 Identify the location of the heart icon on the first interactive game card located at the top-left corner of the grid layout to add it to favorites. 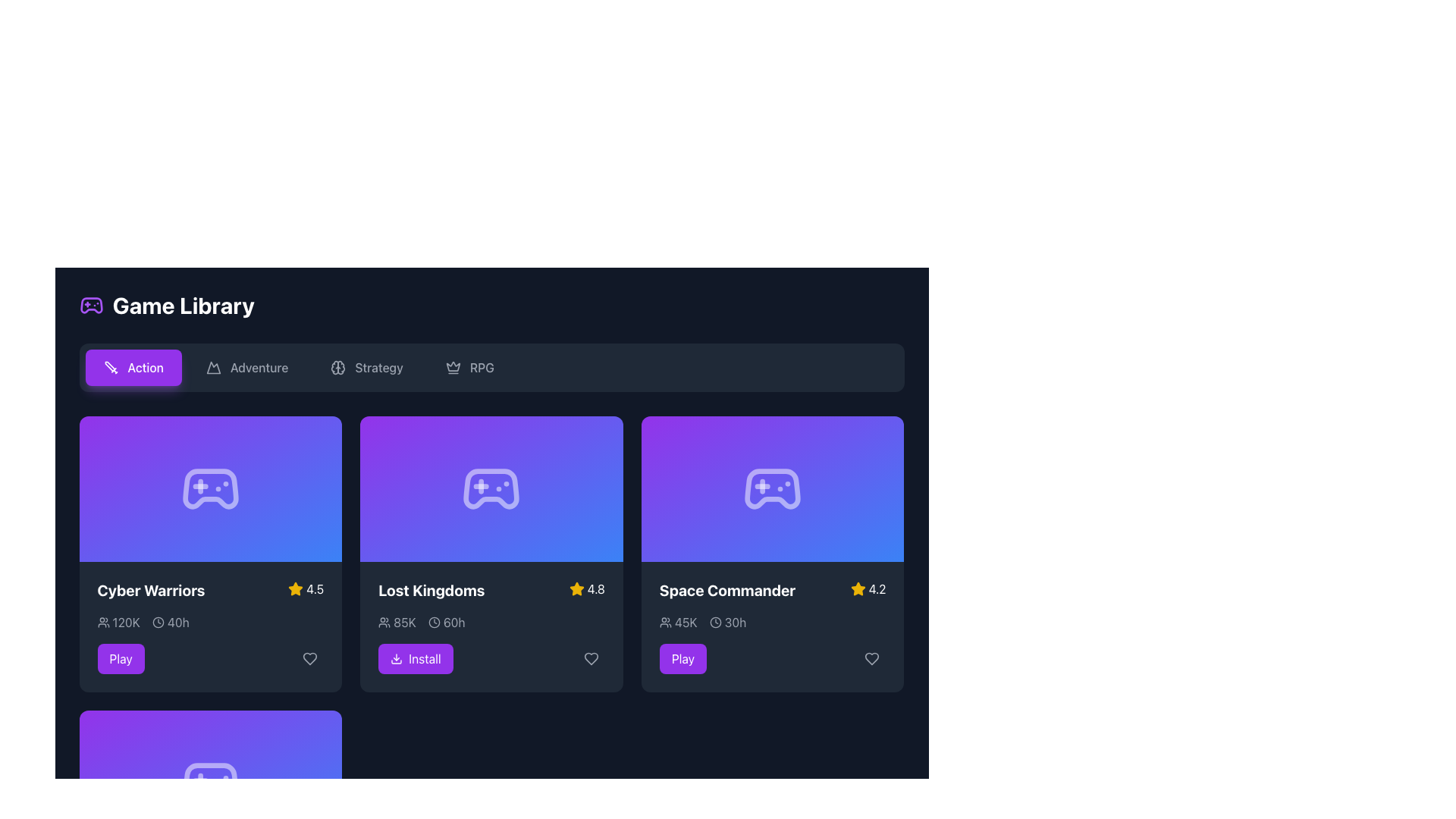
(209, 554).